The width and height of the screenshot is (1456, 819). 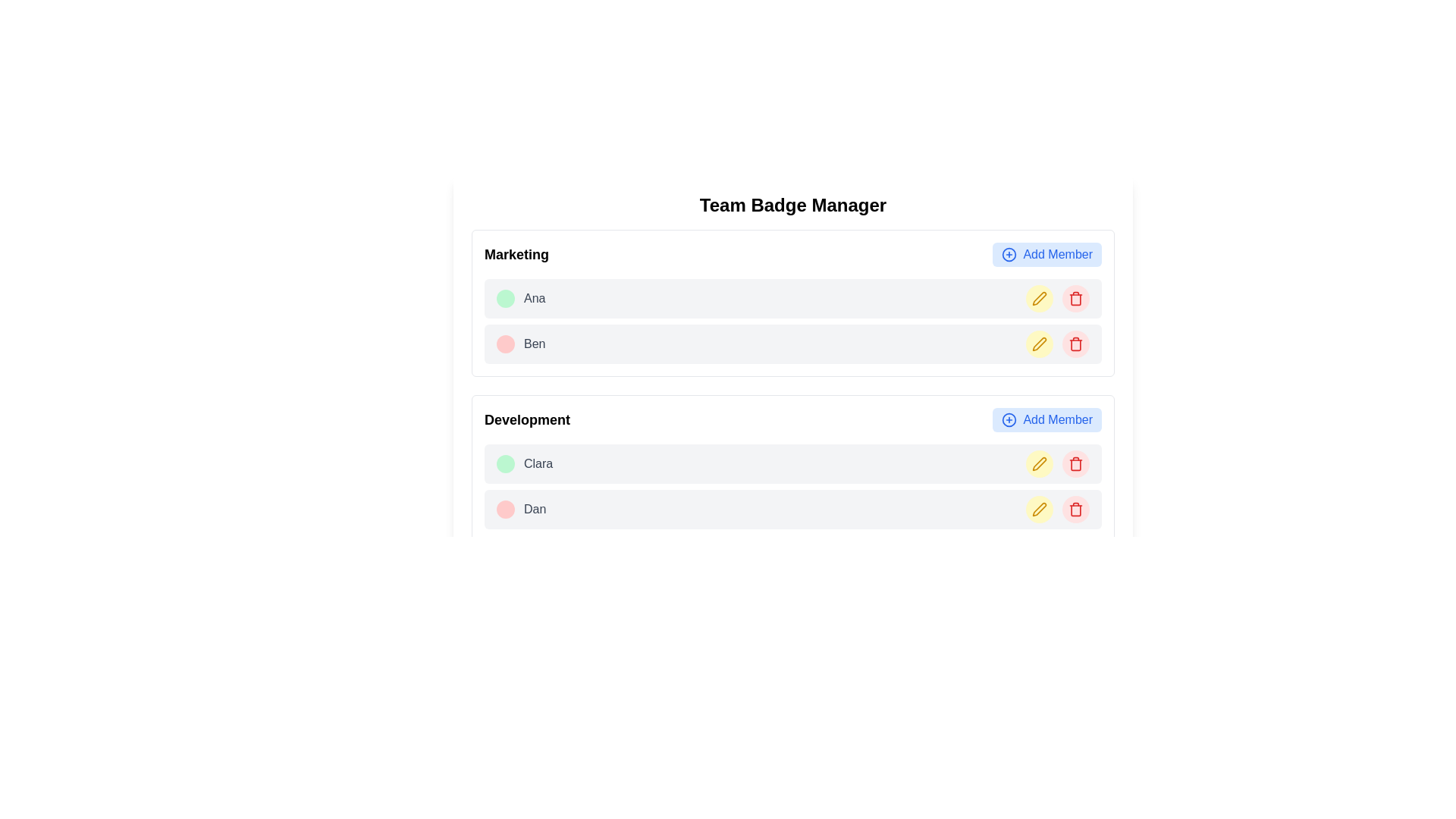 I want to click on text 'Ana' and 'Active' from the informational badge indicating the status of the team member in the 'Marketing' section of the 'Team Badge Manager' application, so click(x=521, y=298).